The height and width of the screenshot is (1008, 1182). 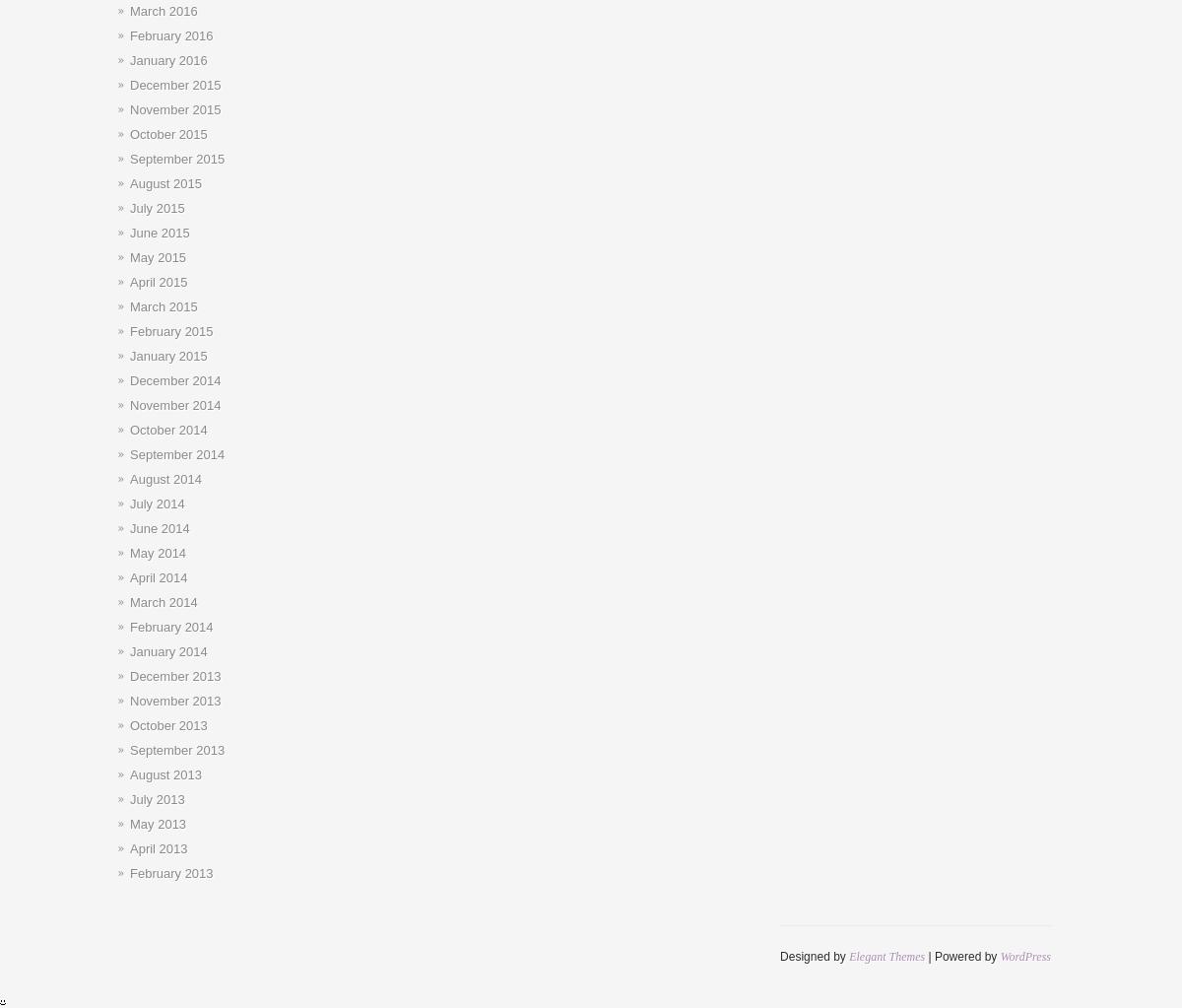 I want to click on 'June 2015', so click(x=159, y=232).